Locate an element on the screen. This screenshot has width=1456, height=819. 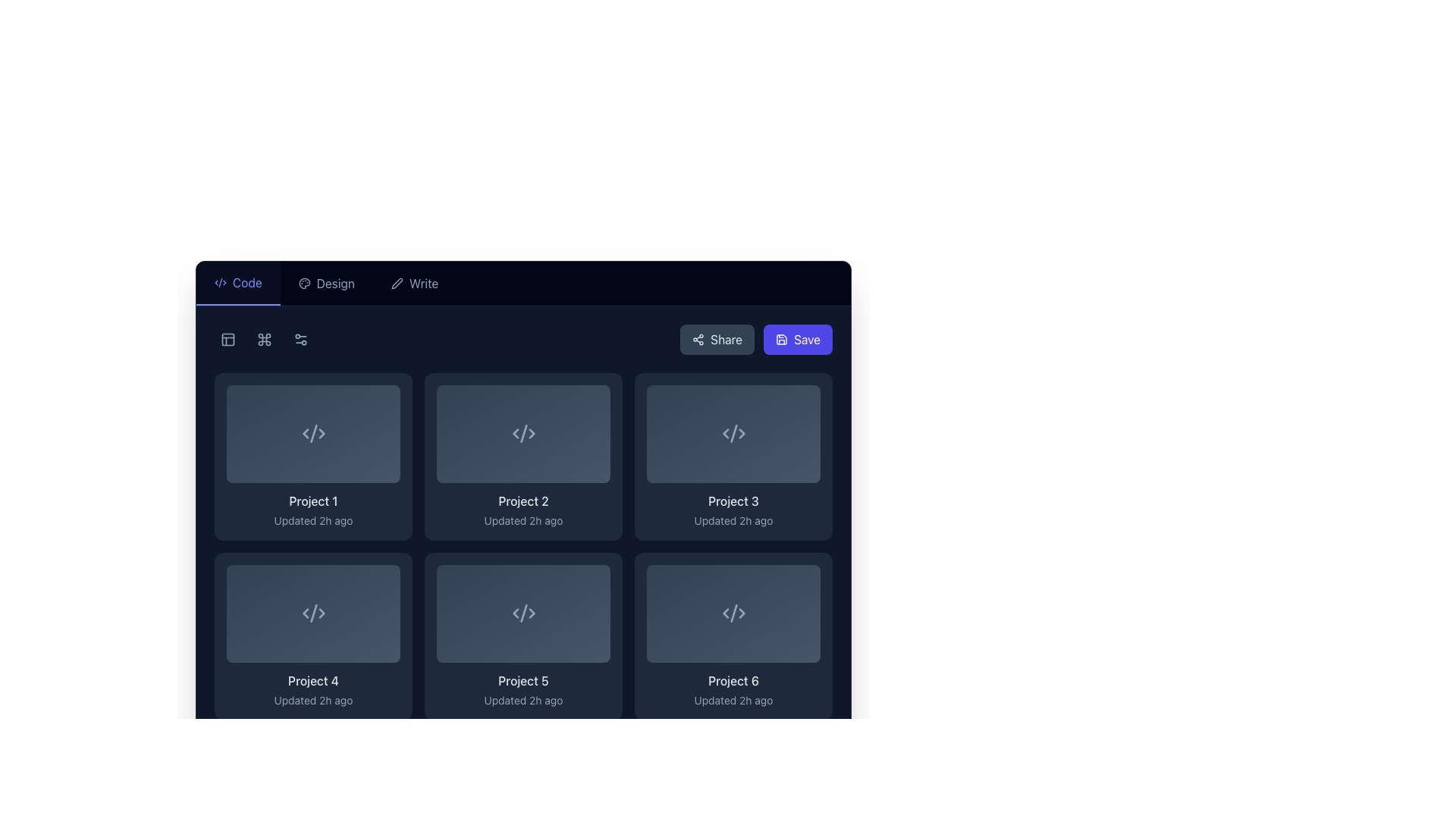
the SVG icon representing code or markup located at the center of the card labeled 'Project 5' is located at coordinates (523, 613).